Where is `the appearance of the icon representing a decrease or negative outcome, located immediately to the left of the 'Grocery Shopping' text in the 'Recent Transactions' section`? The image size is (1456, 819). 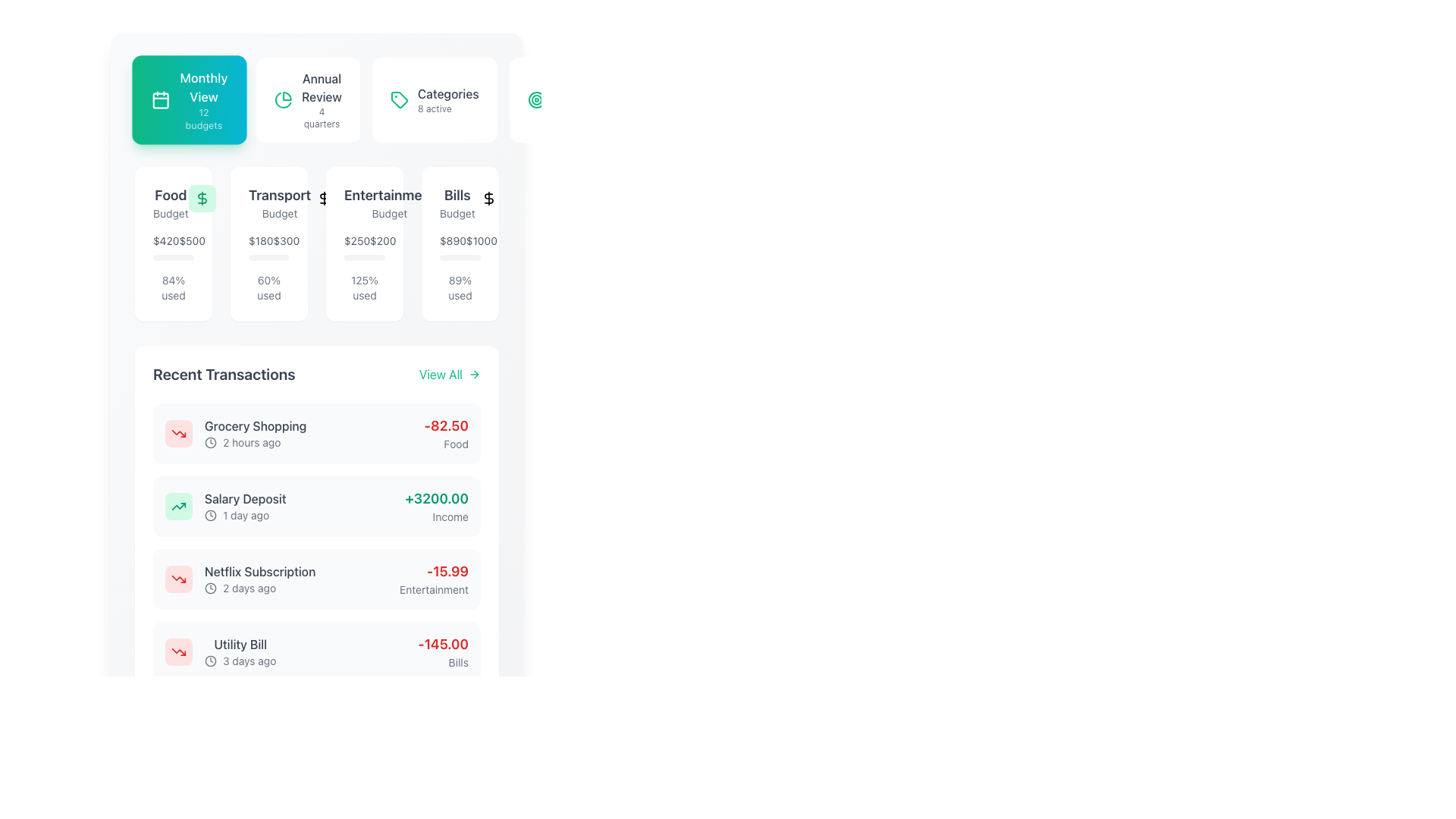
the appearance of the icon representing a decrease or negative outcome, located immediately to the left of the 'Grocery Shopping' text in the 'Recent Transactions' section is located at coordinates (178, 433).